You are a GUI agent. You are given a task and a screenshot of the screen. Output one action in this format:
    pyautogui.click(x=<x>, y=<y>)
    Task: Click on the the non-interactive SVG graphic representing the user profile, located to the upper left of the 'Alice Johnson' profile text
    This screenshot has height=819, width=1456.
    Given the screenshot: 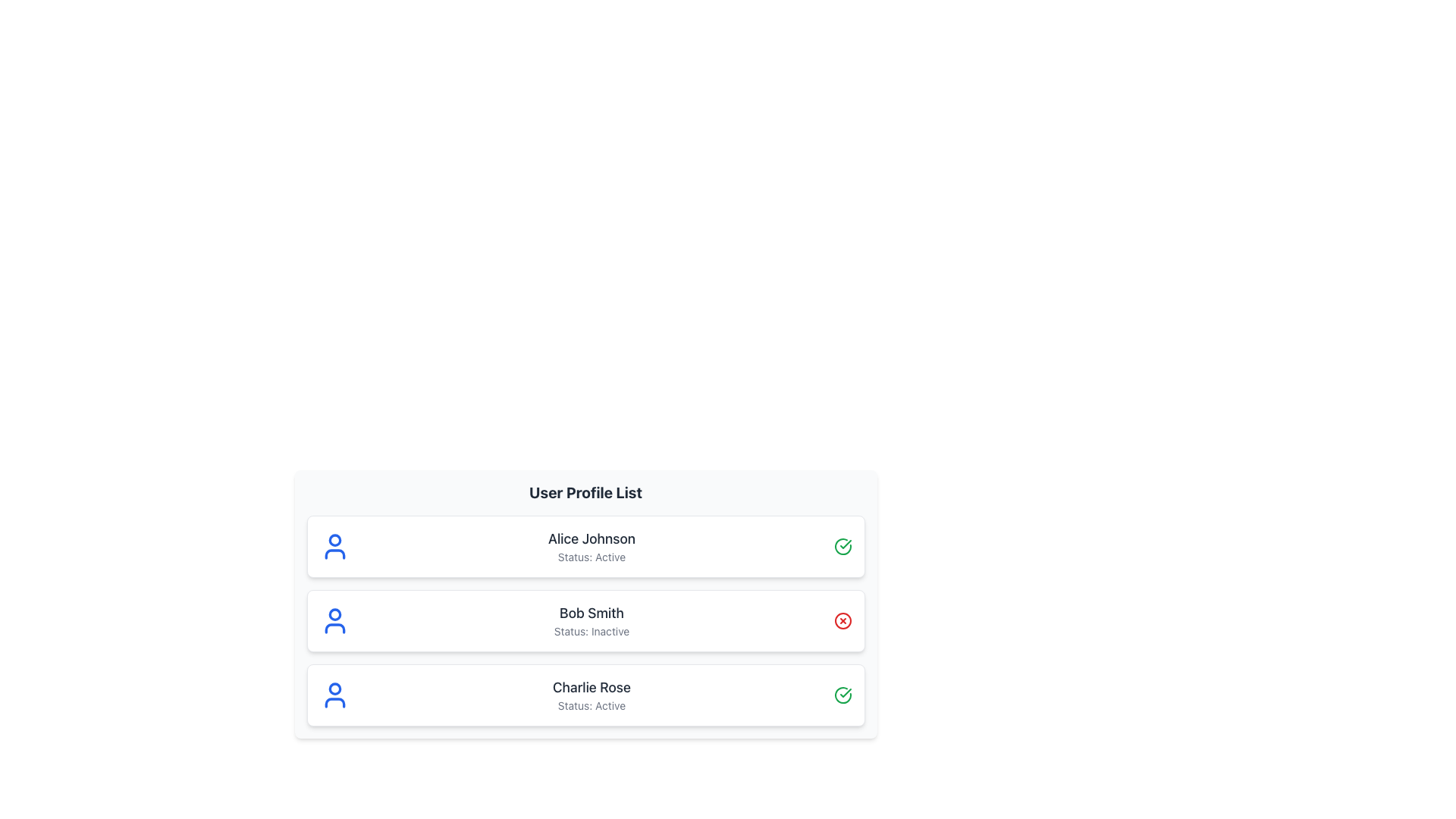 What is the action you would take?
    pyautogui.click(x=334, y=554)
    